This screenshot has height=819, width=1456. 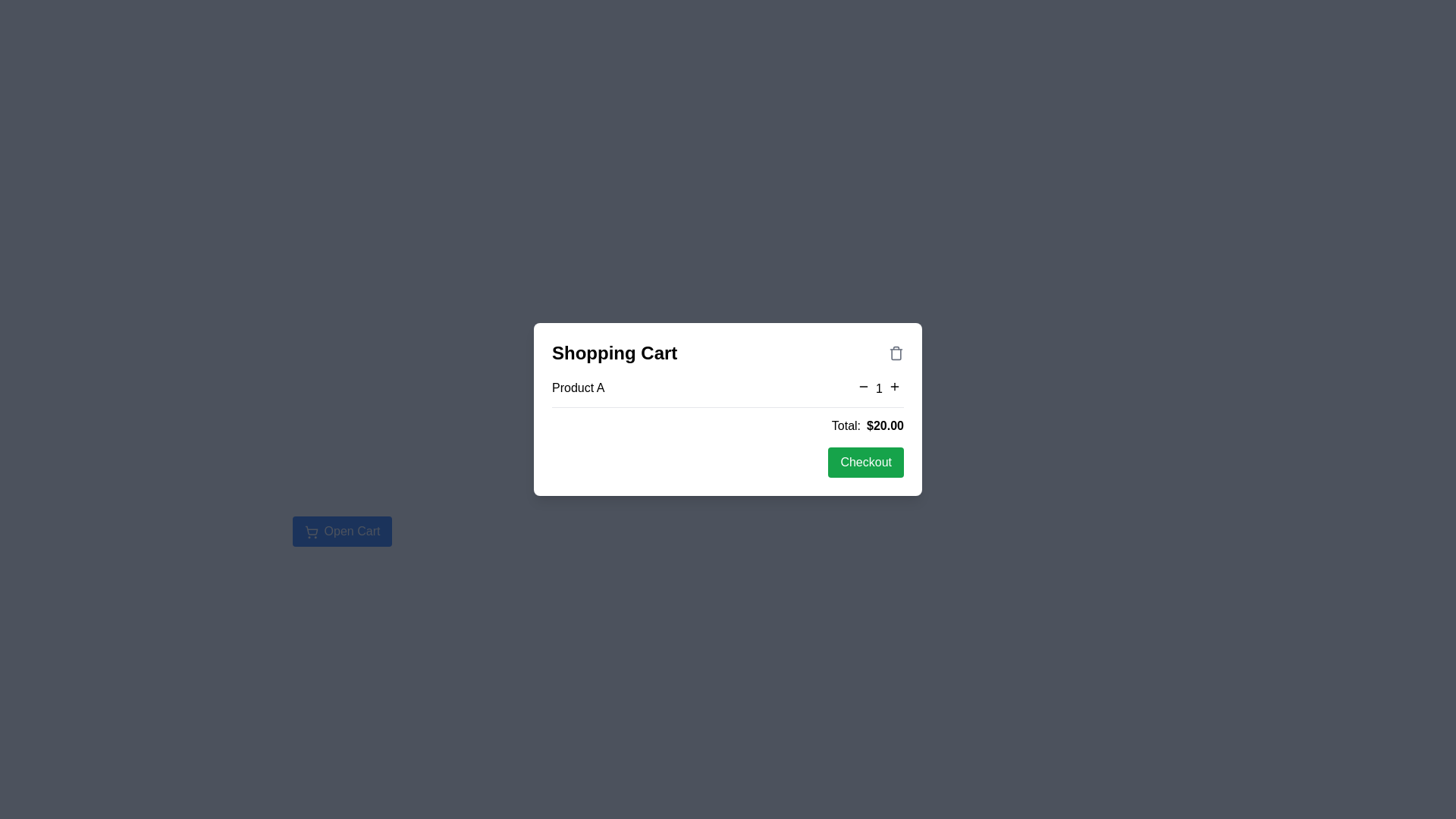 What do you see at coordinates (879, 388) in the screenshot?
I see `the label displaying the text '1' in the shopping cart interface, which is centrally placed between the minus and plus buttons` at bounding box center [879, 388].